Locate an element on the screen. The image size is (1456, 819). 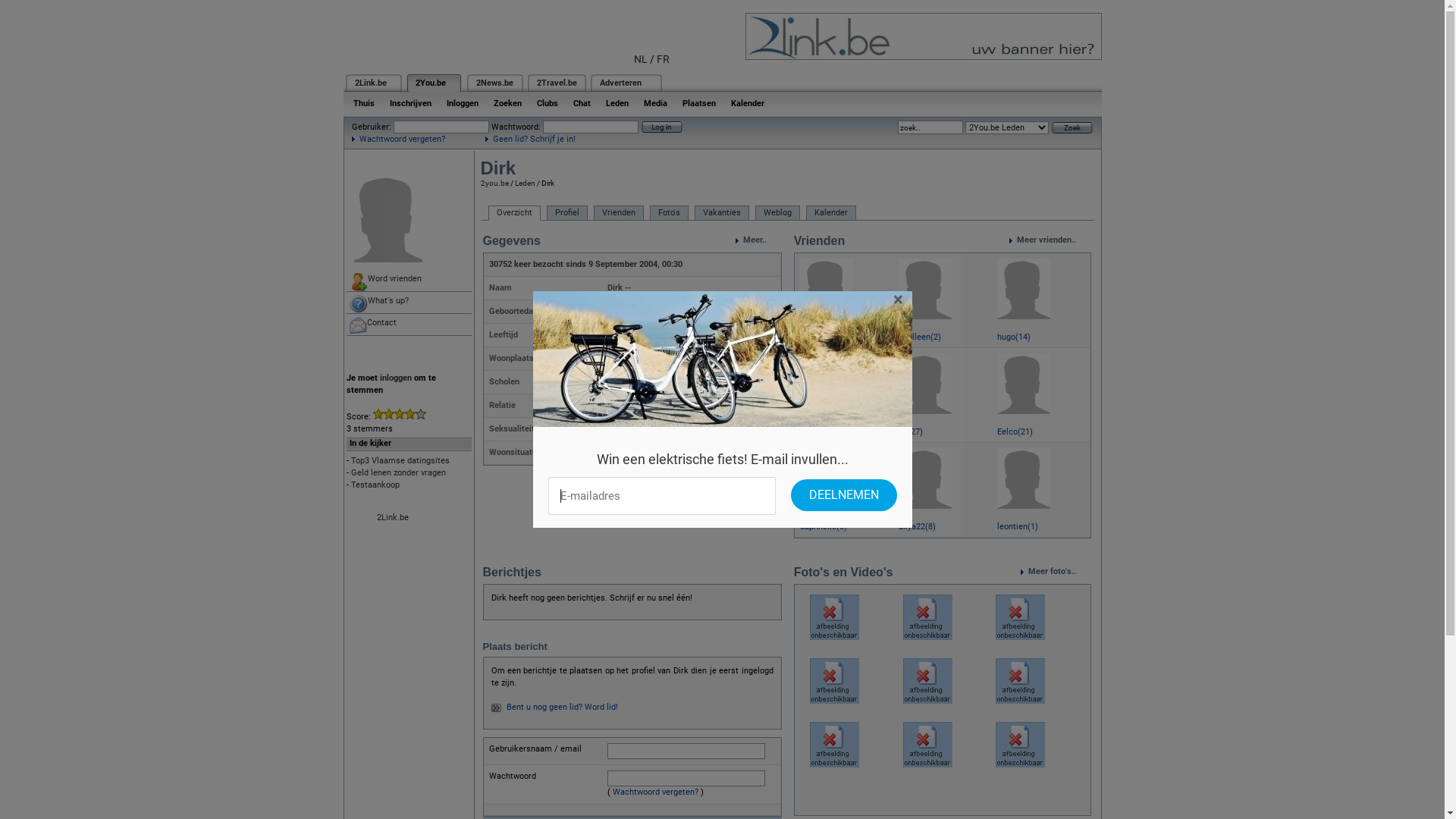
'Chat' is located at coordinates (581, 102).